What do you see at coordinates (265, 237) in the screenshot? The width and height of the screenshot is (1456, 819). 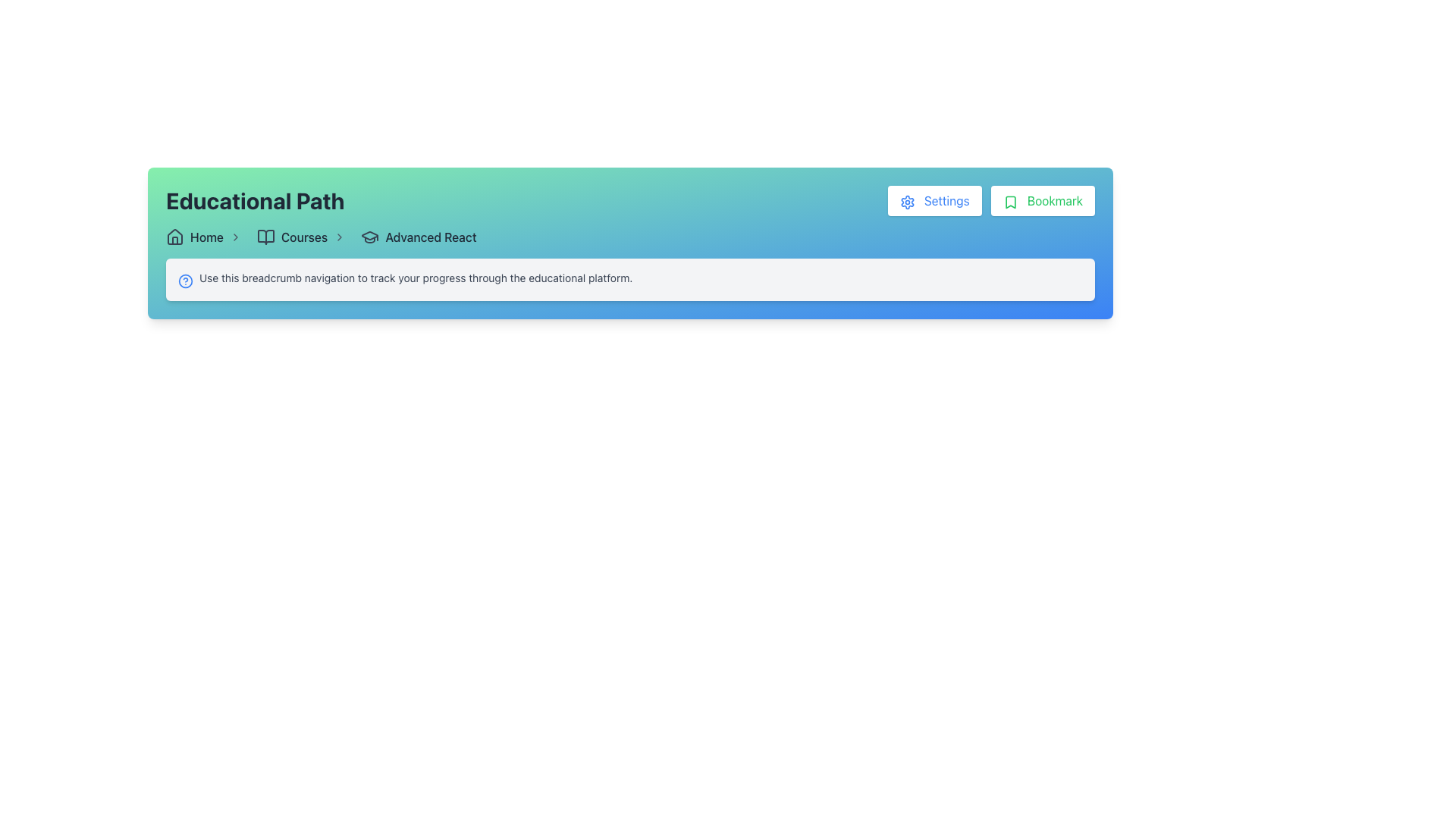 I see `the open book icon in the breadcrumb navigation bar, which is positioned to the left of the 'Courses' label` at bounding box center [265, 237].